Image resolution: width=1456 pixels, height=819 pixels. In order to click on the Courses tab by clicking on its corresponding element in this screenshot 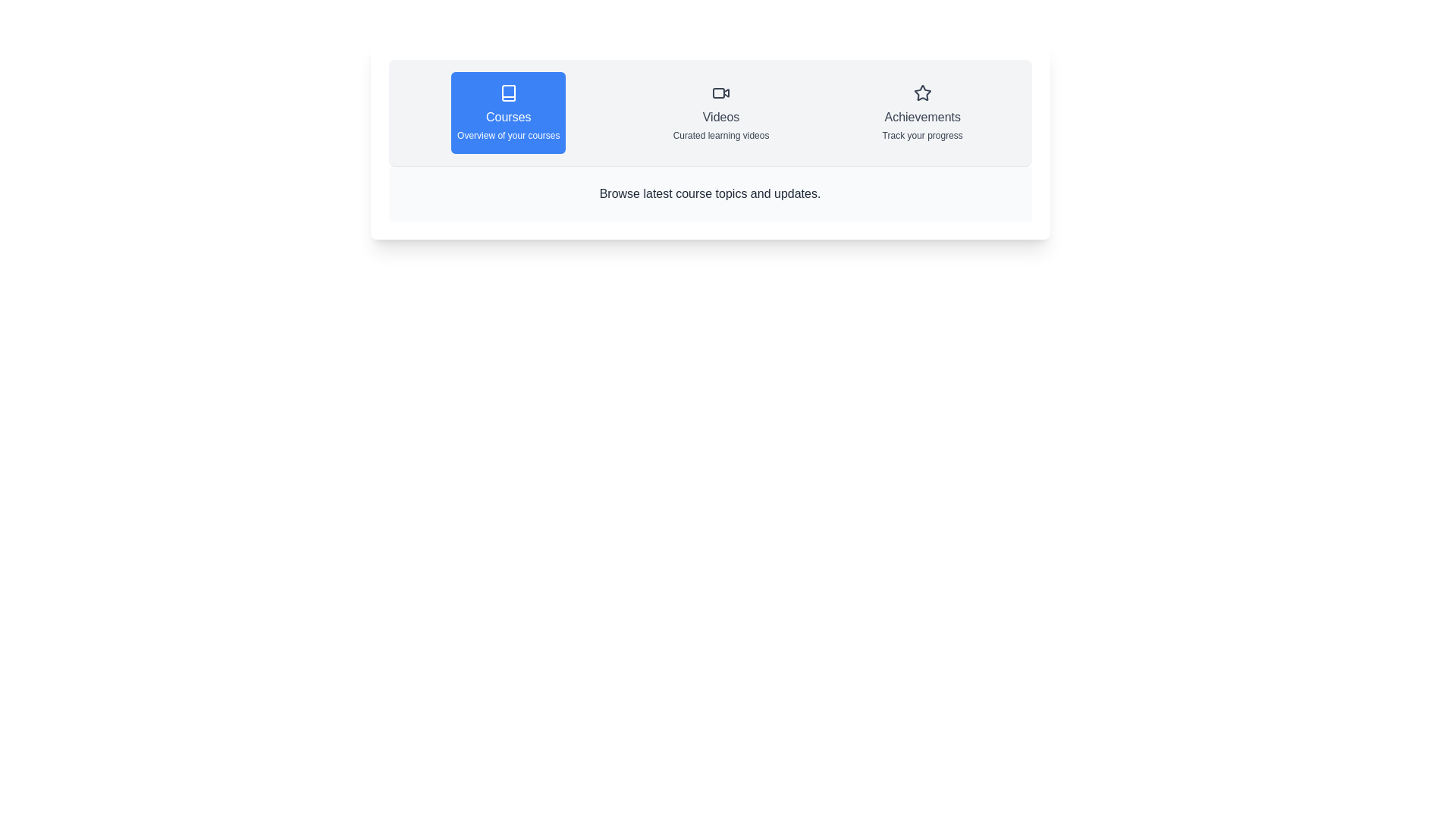, I will do `click(508, 112)`.